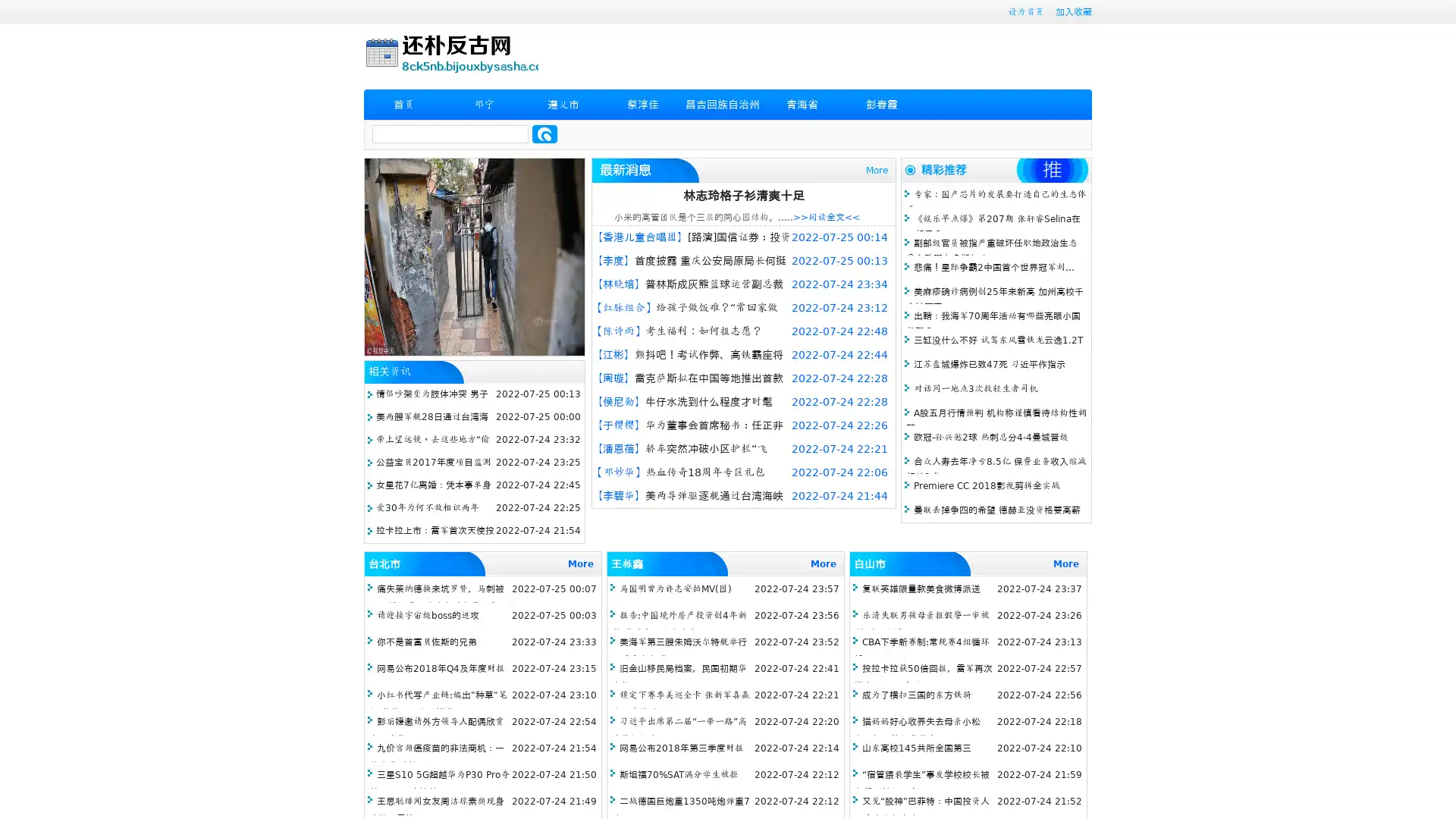 The image size is (1456, 819). What do you see at coordinates (544, 133) in the screenshot?
I see `Search` at bounding box center [544, 133].